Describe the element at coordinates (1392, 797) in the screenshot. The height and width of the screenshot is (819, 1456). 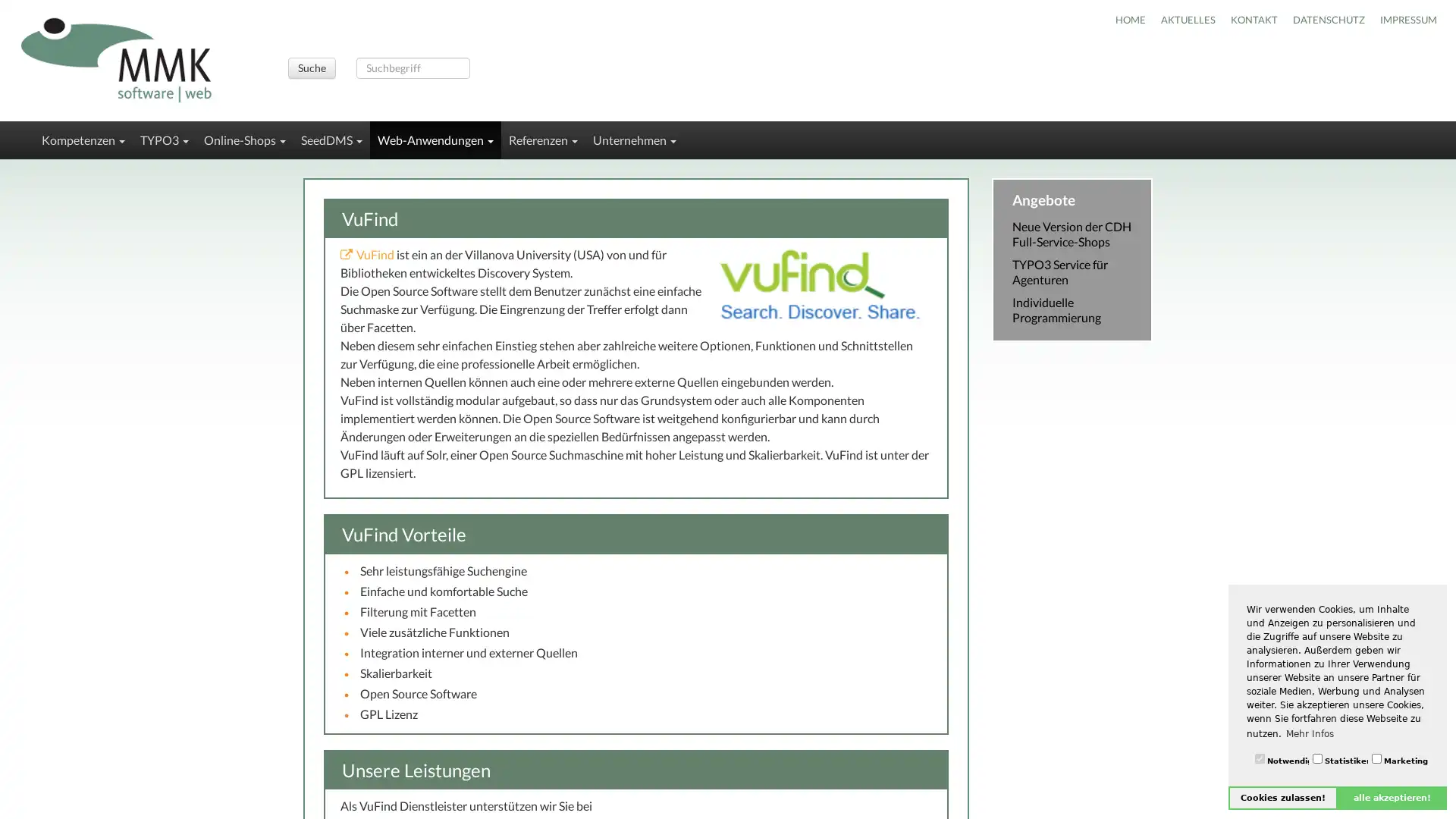
I see `dismiss cookies` at that location.